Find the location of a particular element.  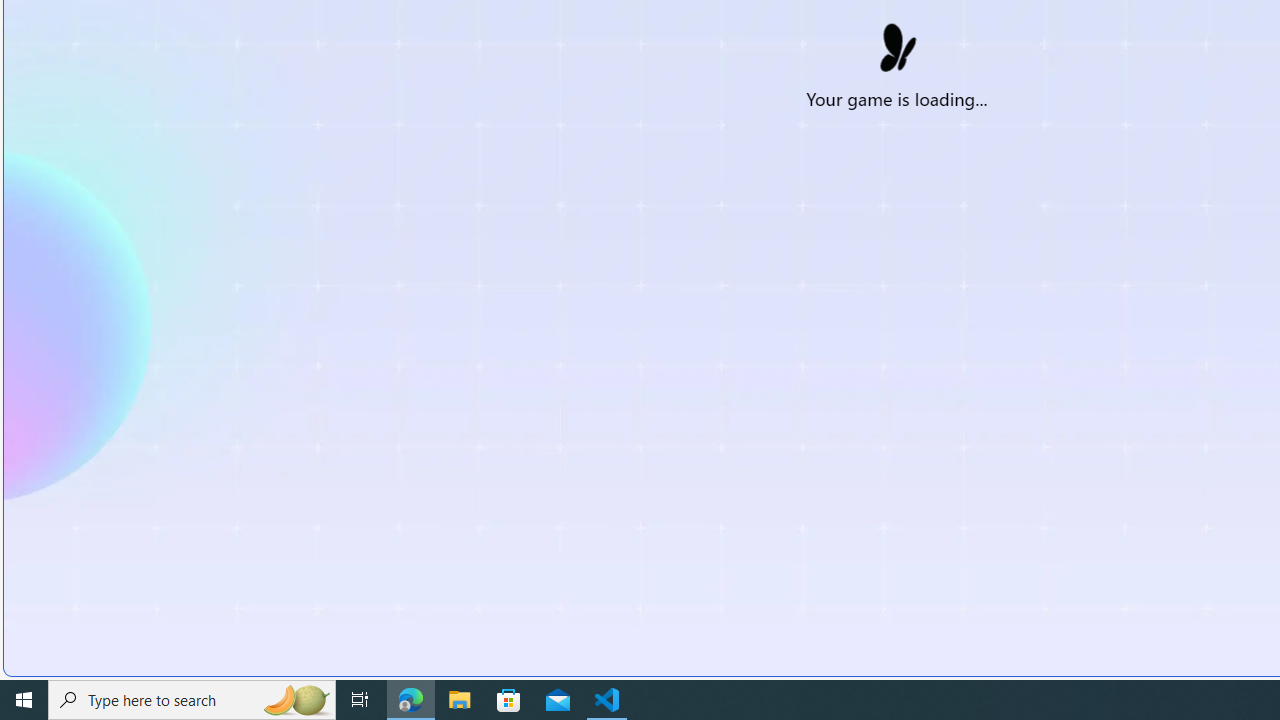

'Class: image' is located at coordinates (896, 41).